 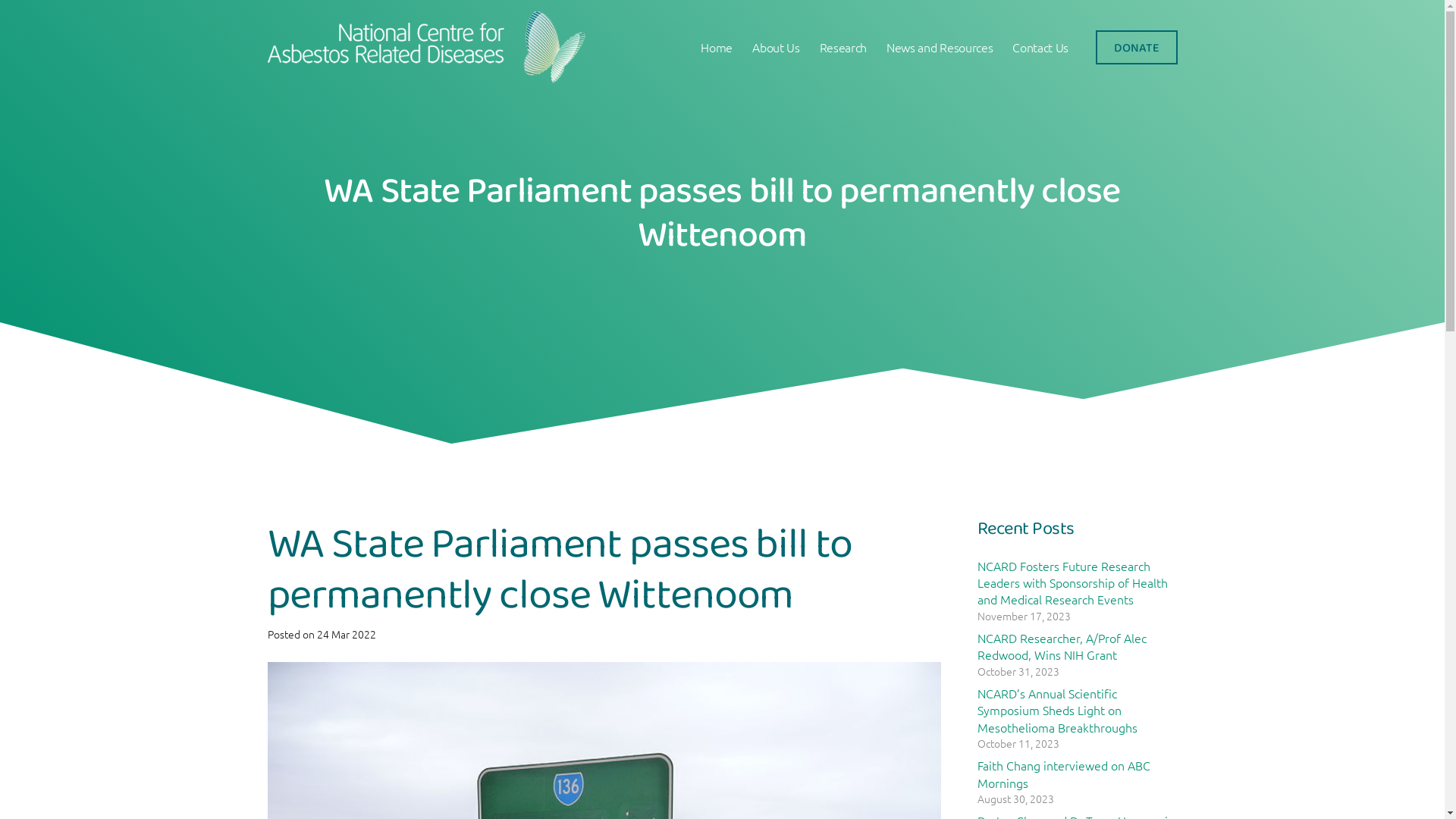 What do you see at coordinates (938, 46) in the screenshot?
I see `'News and Resources'` at bounding box center [938, 46].